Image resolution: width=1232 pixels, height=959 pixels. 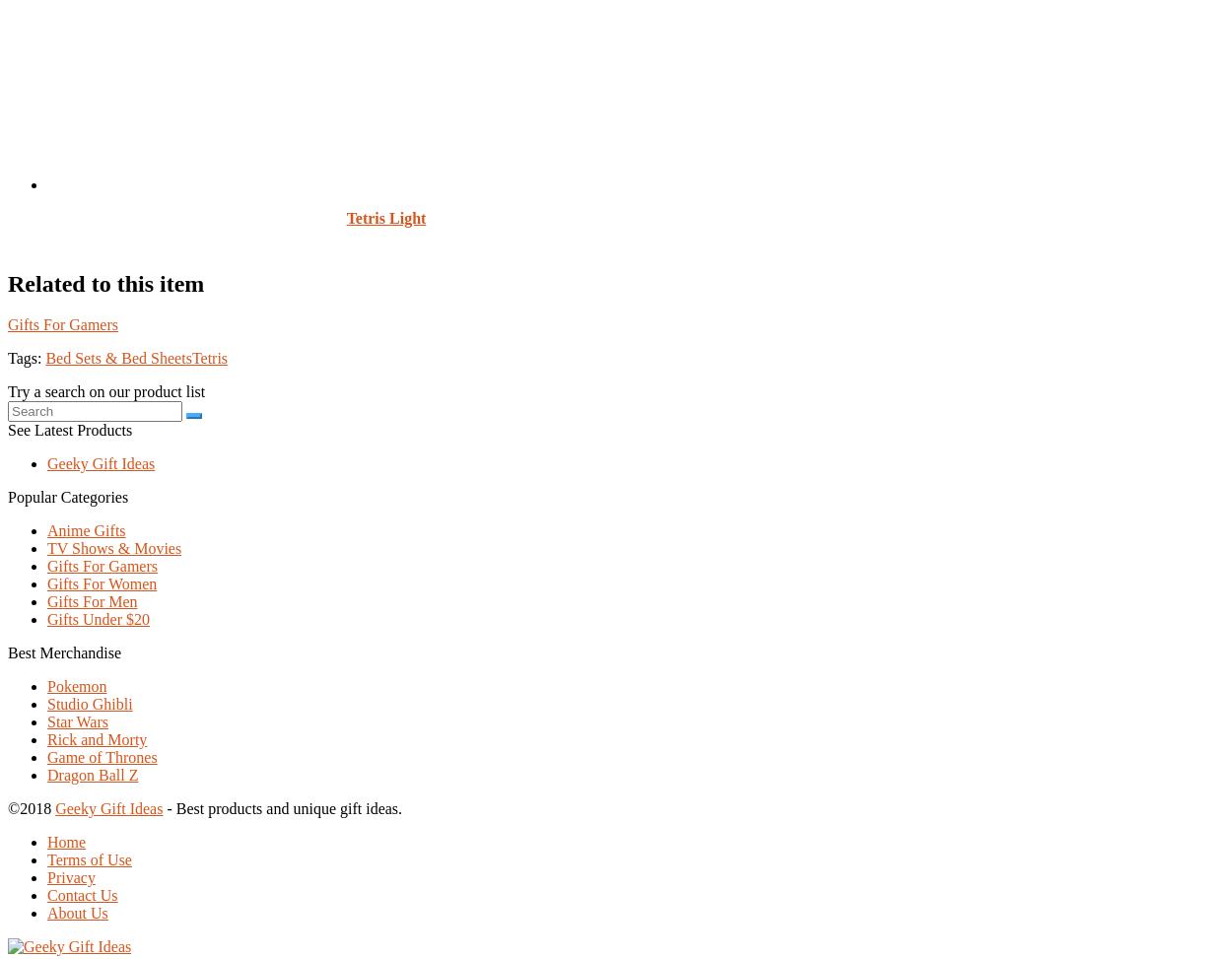 I want to click on '- Best products and unique gift ideas.', so click(x=282, y=807).